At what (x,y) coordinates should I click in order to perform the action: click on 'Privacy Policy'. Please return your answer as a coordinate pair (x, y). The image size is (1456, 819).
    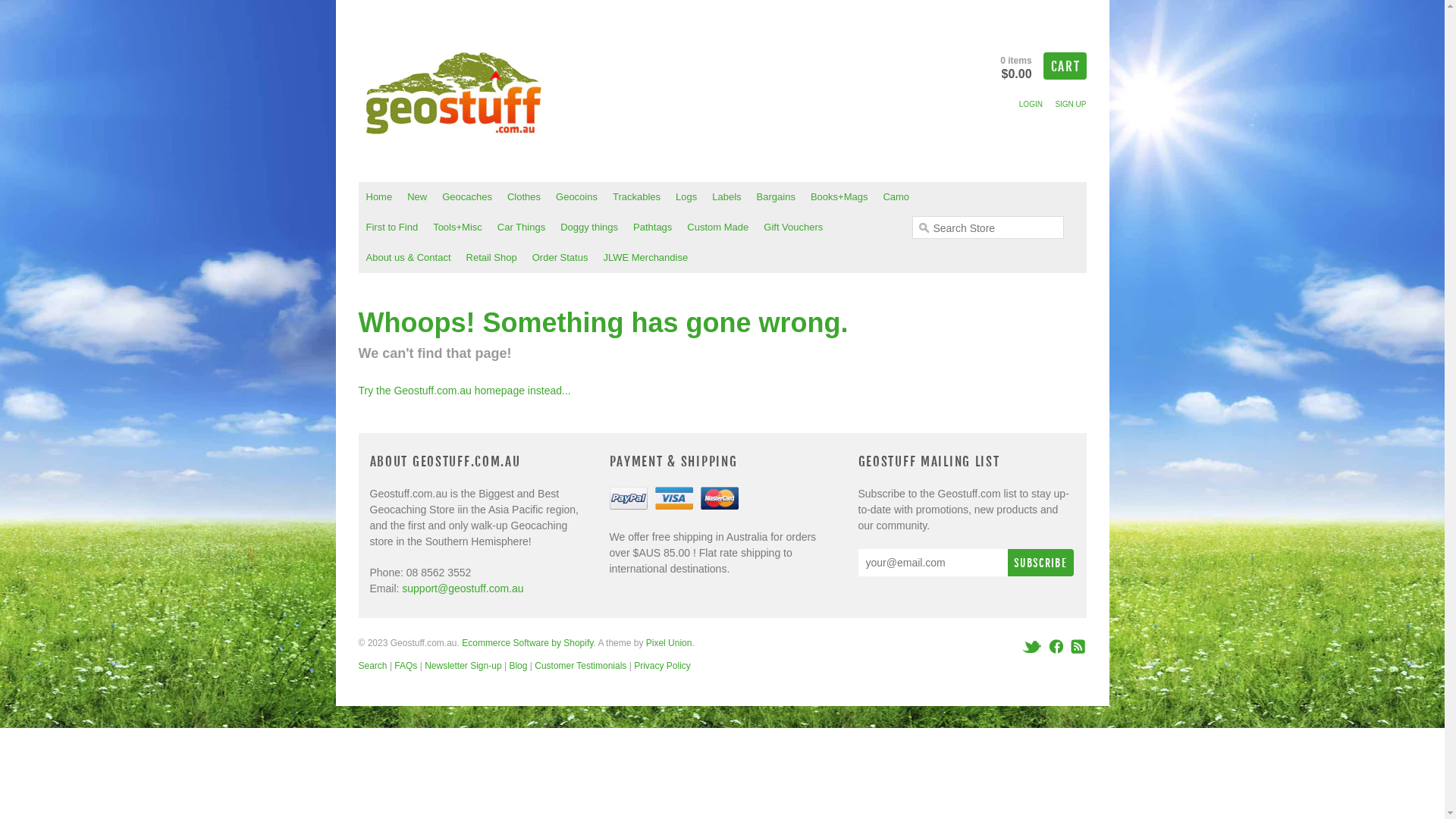
    Looking at the image, I should click on (662, 665).